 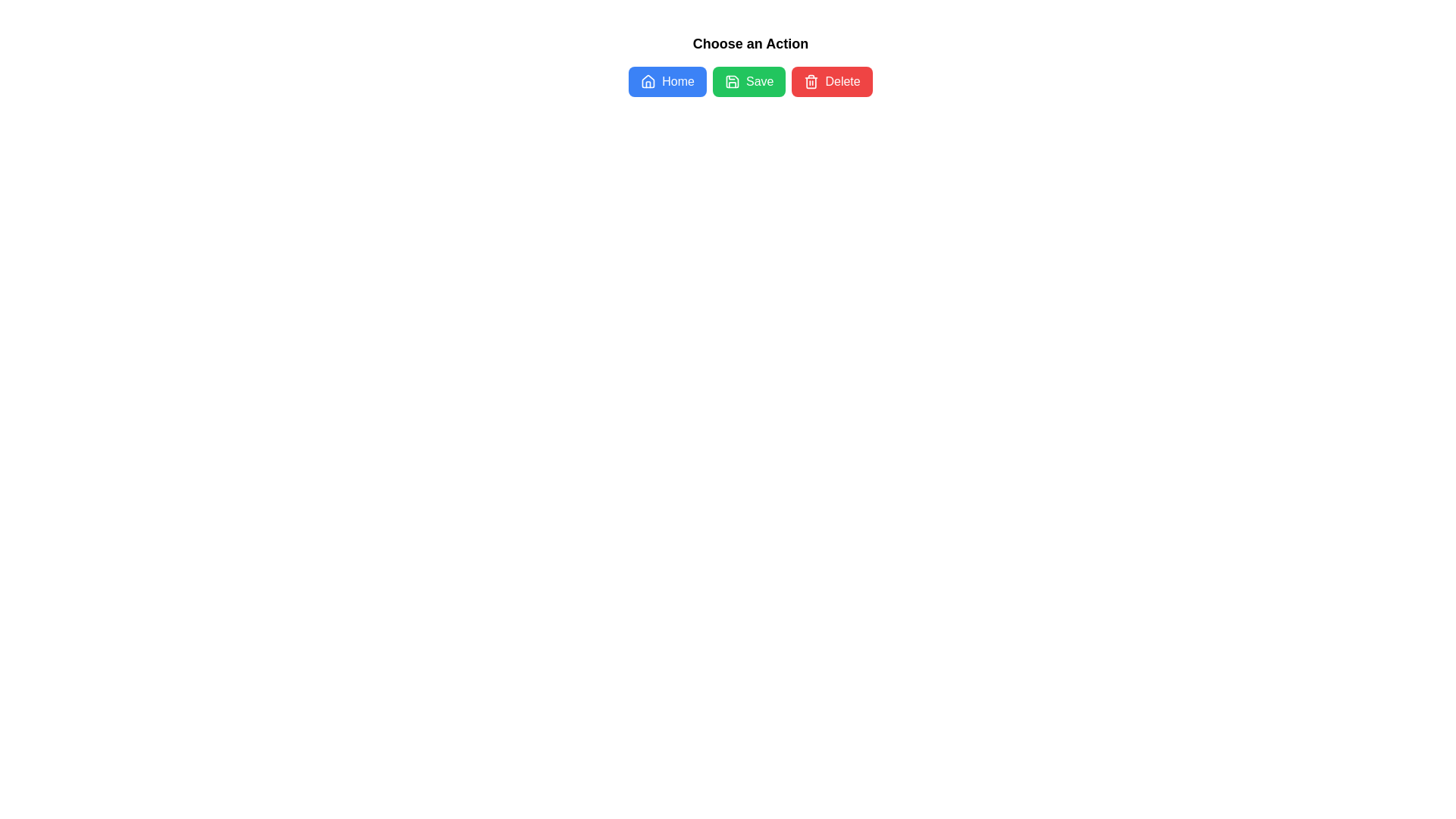 What do you see at coordinates (831, 82) in the screenshot?
I see `the 'Delete' button, which is the third button in a horizontal group of three buttons near the top of the interface, below the text 'Choose an Action'` at bounding box center [831, 82].